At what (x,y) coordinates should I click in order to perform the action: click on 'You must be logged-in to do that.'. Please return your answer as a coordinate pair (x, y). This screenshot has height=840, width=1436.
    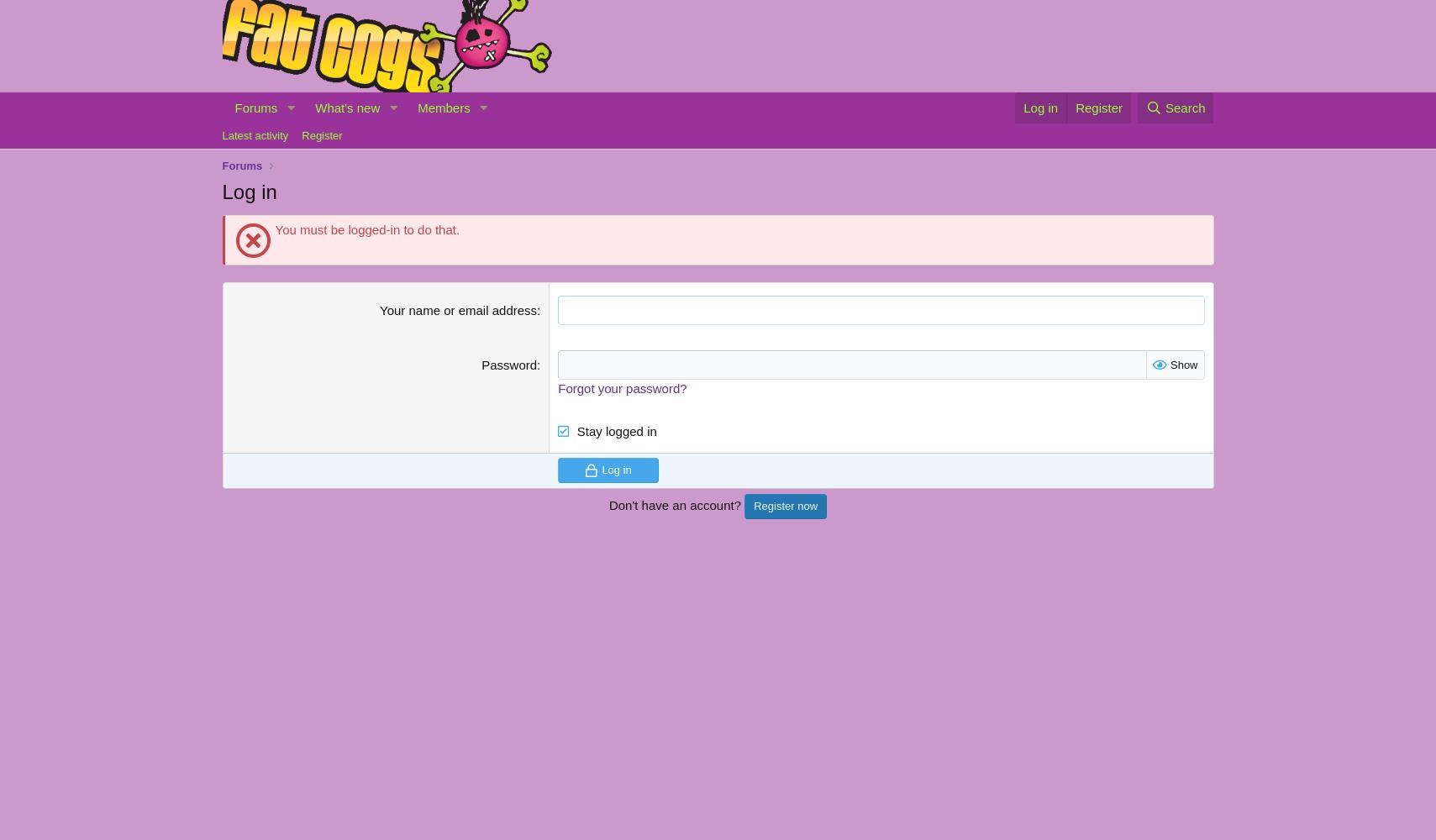
    Looking at the image, I should click on (366, 228).